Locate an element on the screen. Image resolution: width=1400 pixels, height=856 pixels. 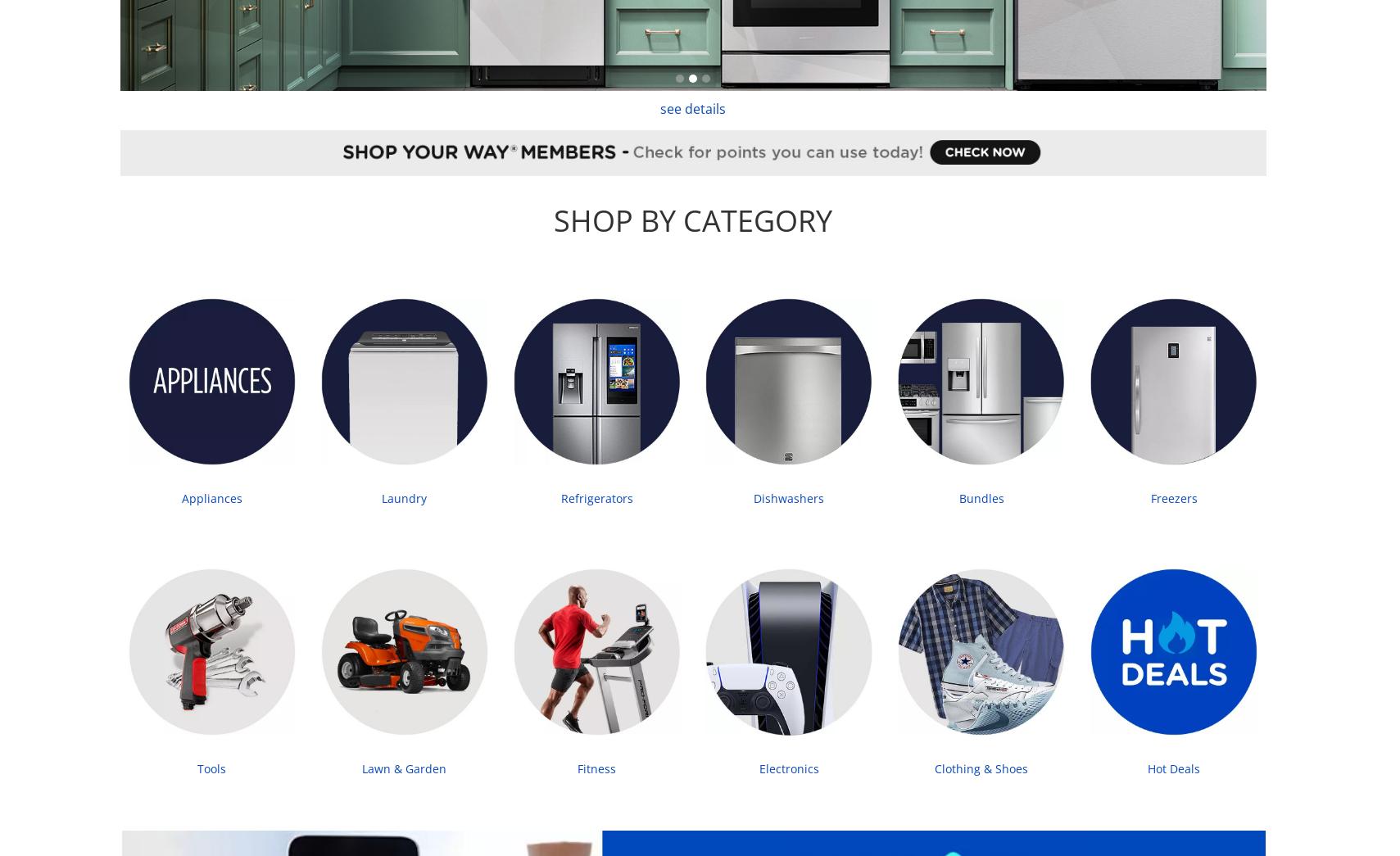
'Do not Sell or Share My Personal Information' is located at coordinates (978, 588).